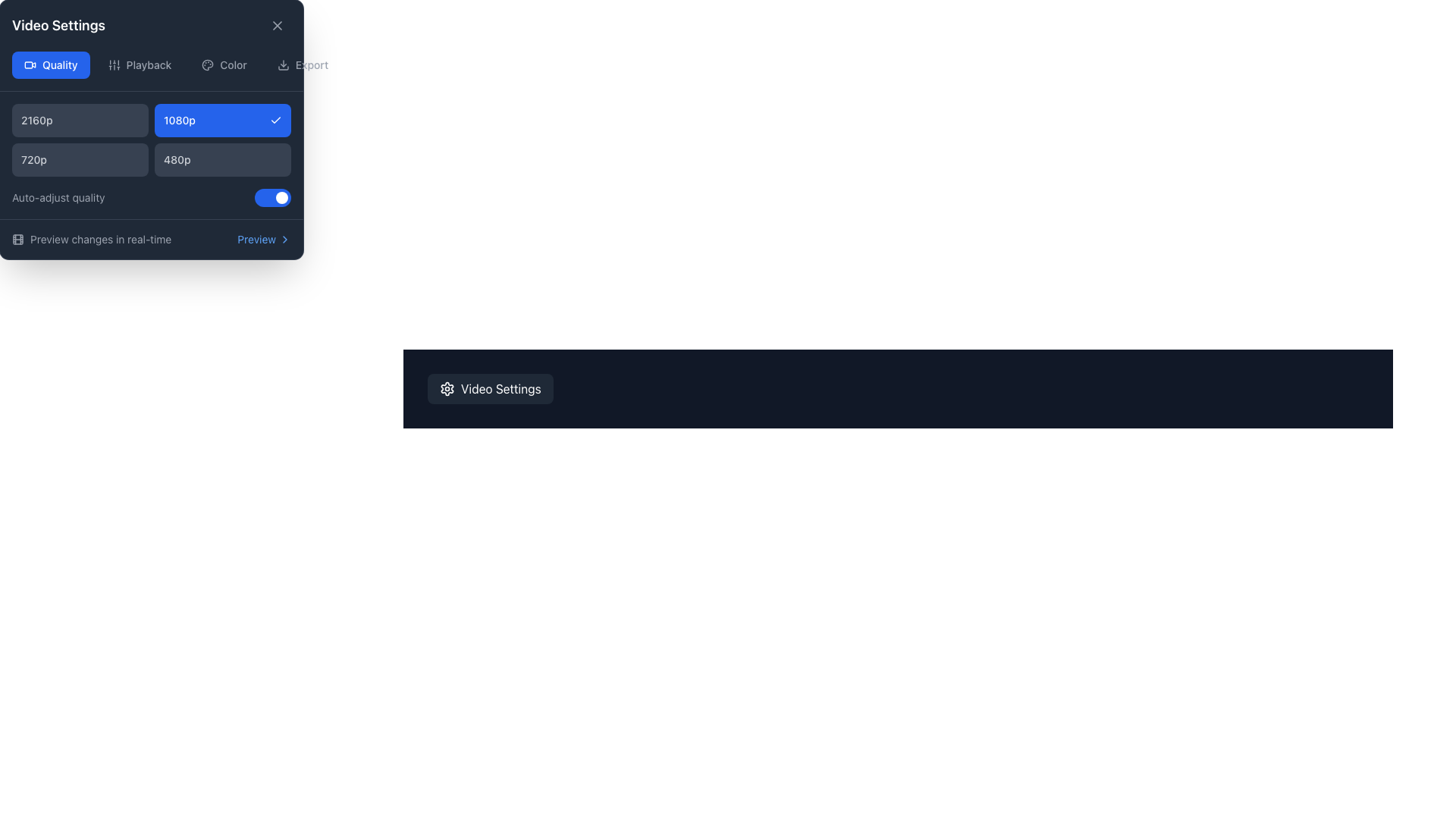  What do you see at coordinates (447, 388) in the screenshot?
I see `the iconic decorative stroke element that visually represents the settings gear icon, enhancing its appearance` at bounding box center [447, 388].